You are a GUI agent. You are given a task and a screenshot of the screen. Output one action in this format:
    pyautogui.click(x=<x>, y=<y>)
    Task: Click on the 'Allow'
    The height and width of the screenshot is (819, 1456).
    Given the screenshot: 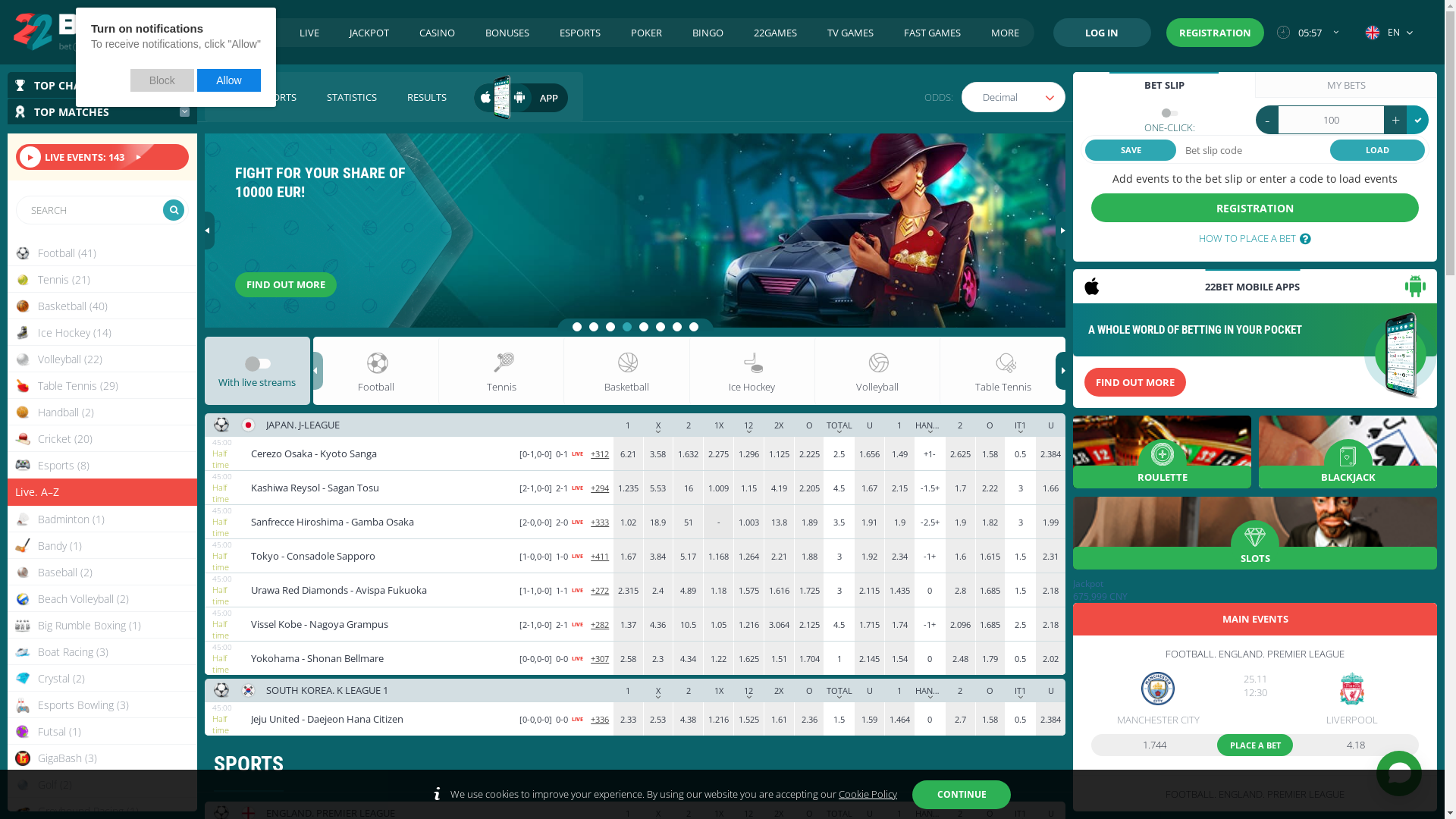 What is the action you would take?
    pyautogui.click(x=228, y=80)
    